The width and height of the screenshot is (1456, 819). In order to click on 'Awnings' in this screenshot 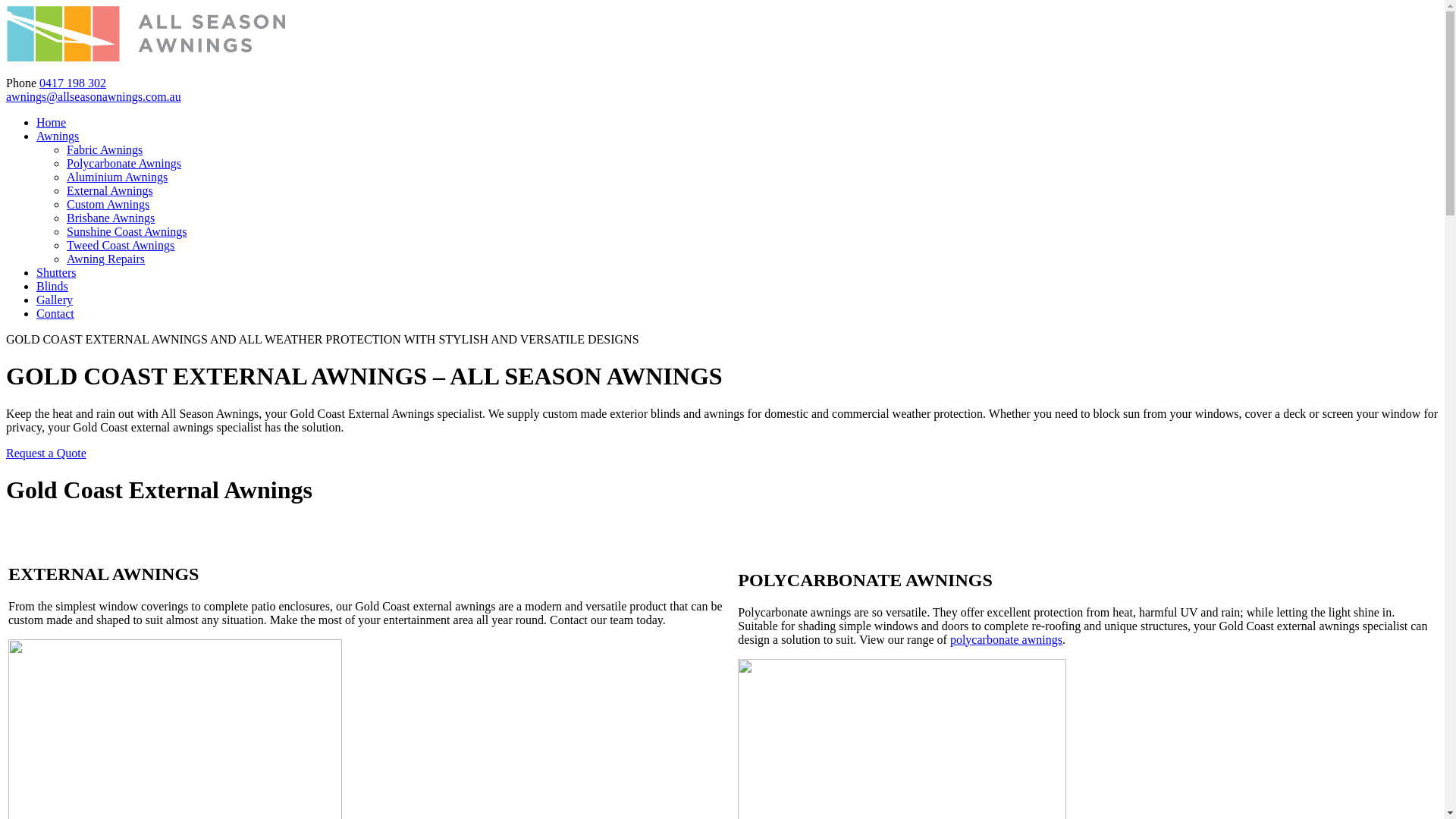, I will do `click(58, 135)`.